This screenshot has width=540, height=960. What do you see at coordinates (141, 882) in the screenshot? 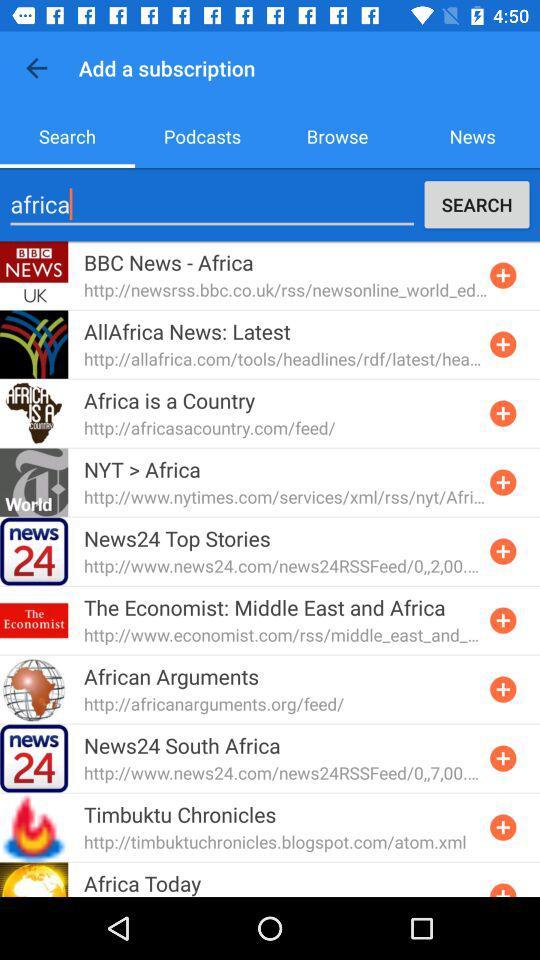
I see `the africa today item` at bounding box center [141, 882].